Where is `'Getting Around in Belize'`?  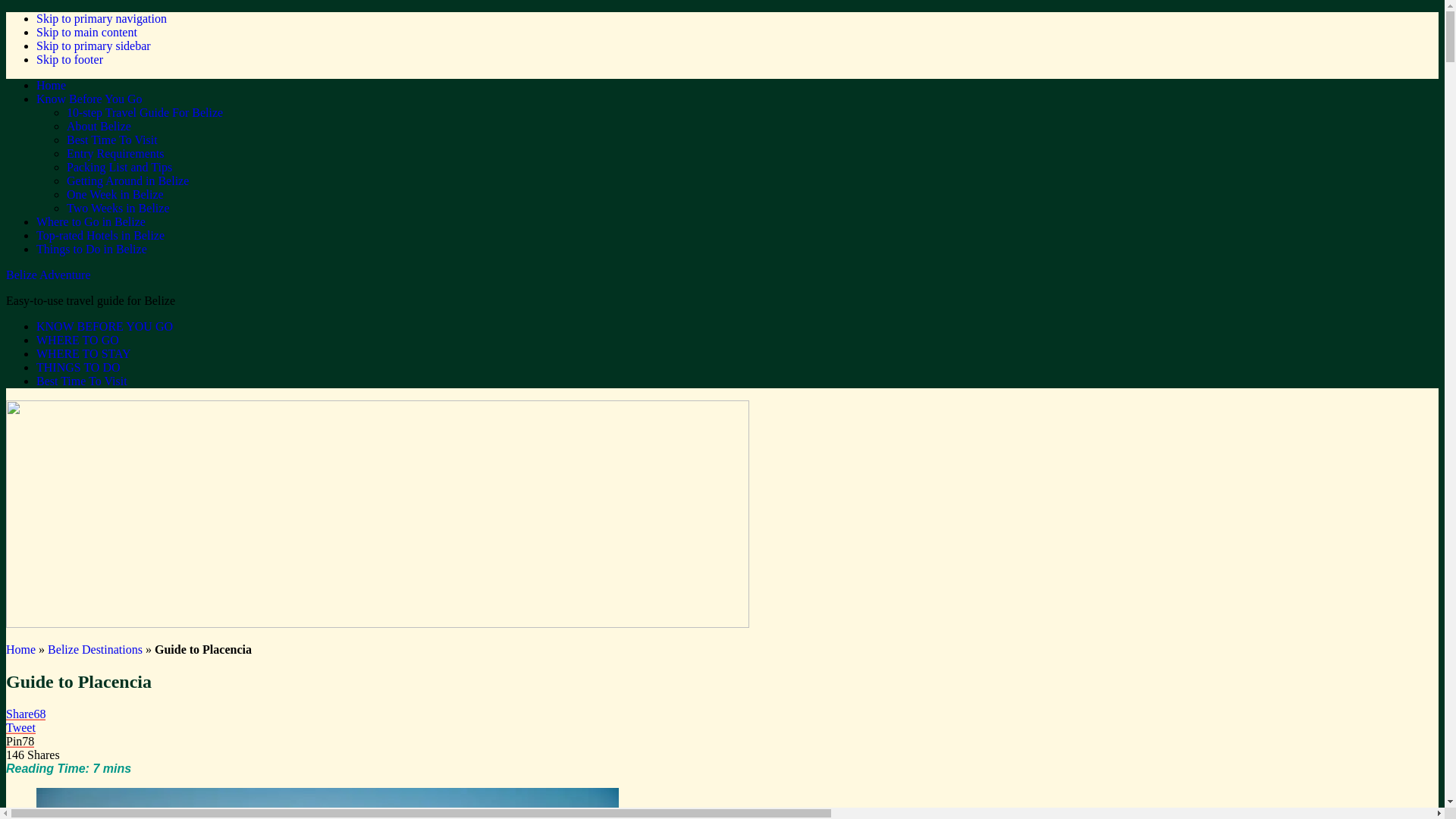 'Getting Around in Belize' is located at coordinates (127, 180).